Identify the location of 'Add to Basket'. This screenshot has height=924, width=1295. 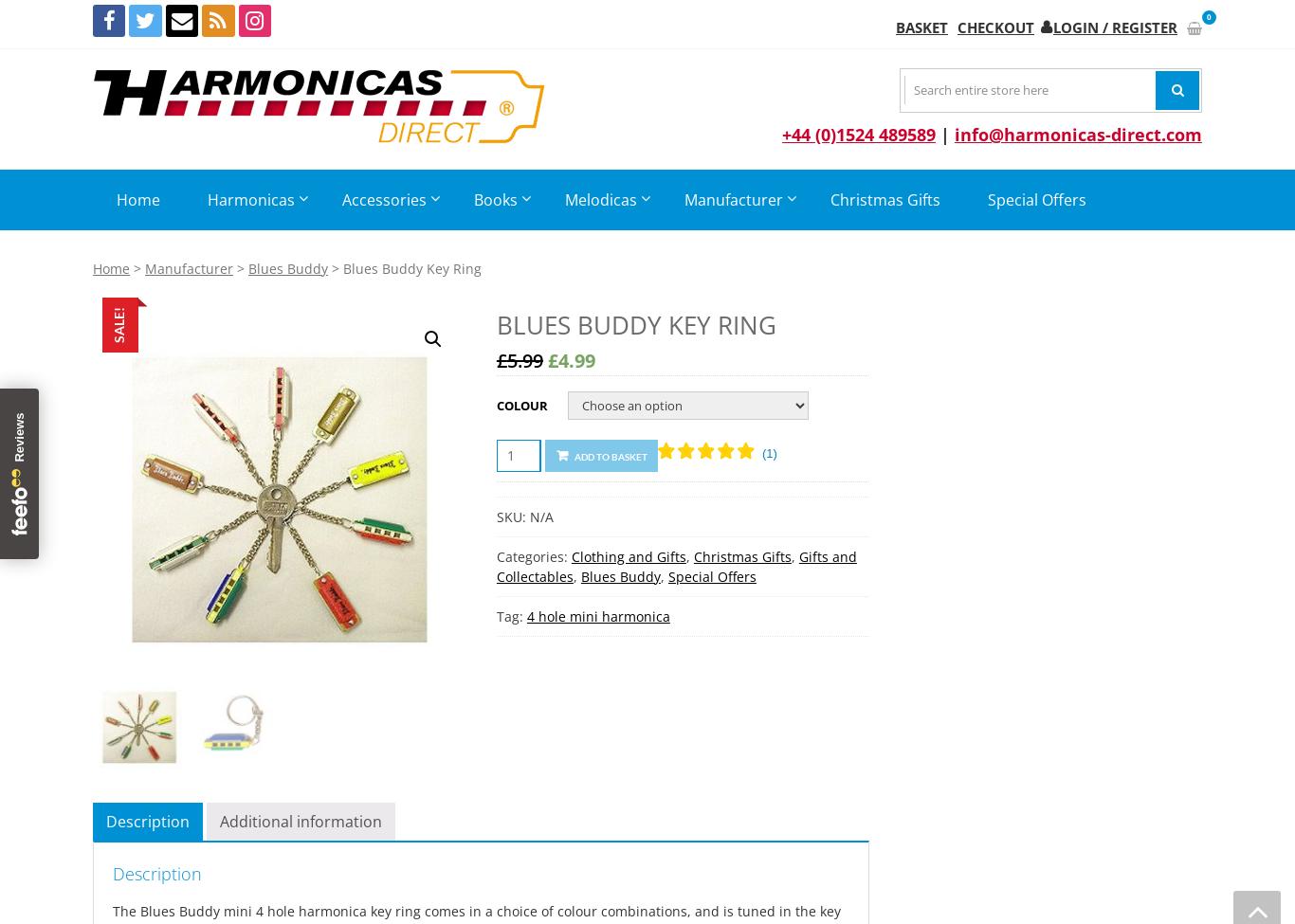
(609, 455).